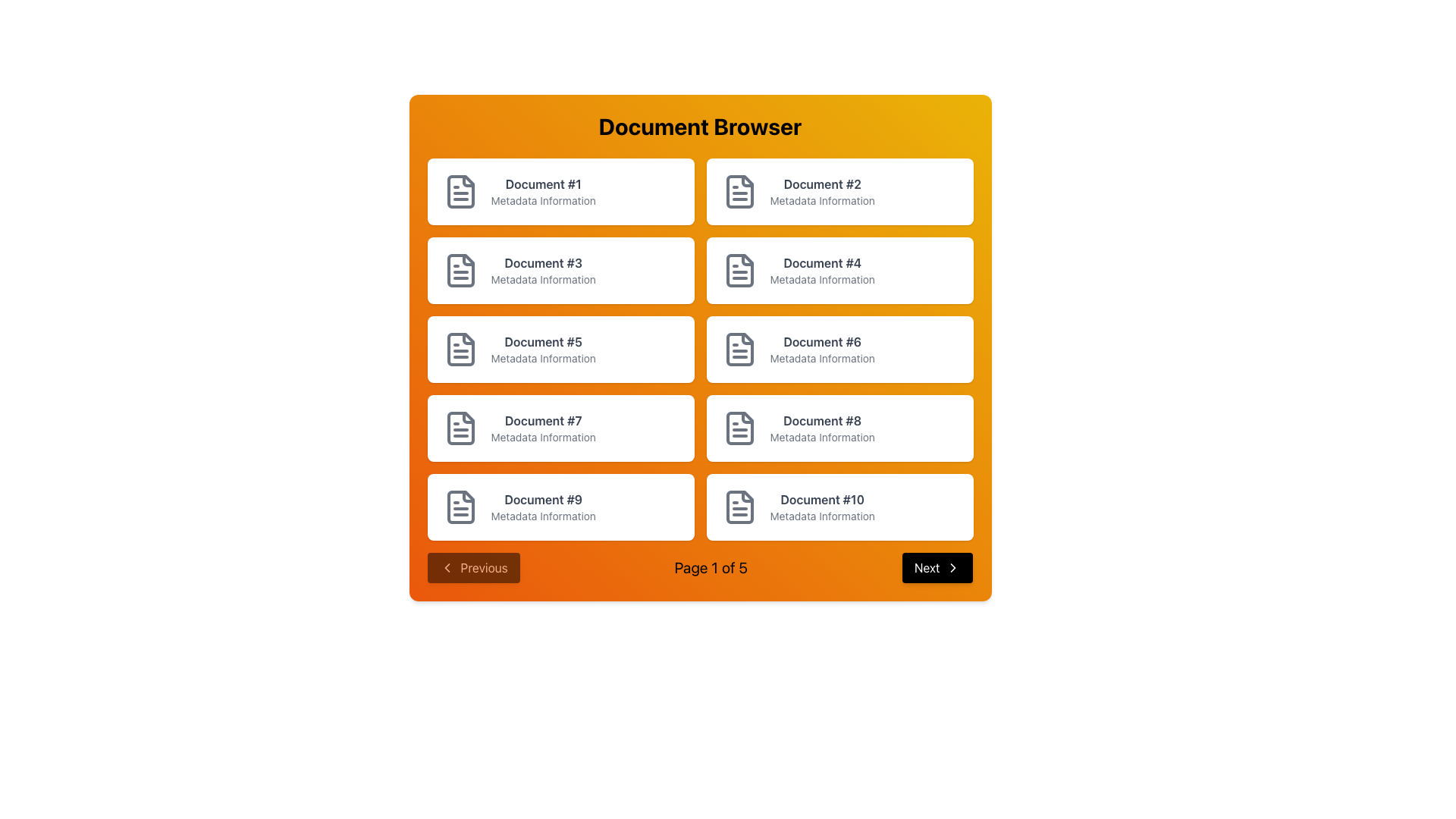 The height and width of the screenshot is (819, 1456). What do you see at coordinates (739, 191) in the screenshot?
I see `the file icon with a paper-like design located in the 'Document #2' card, positioned to the left of the title 'Document #2'` at bounding box center [739, 191].